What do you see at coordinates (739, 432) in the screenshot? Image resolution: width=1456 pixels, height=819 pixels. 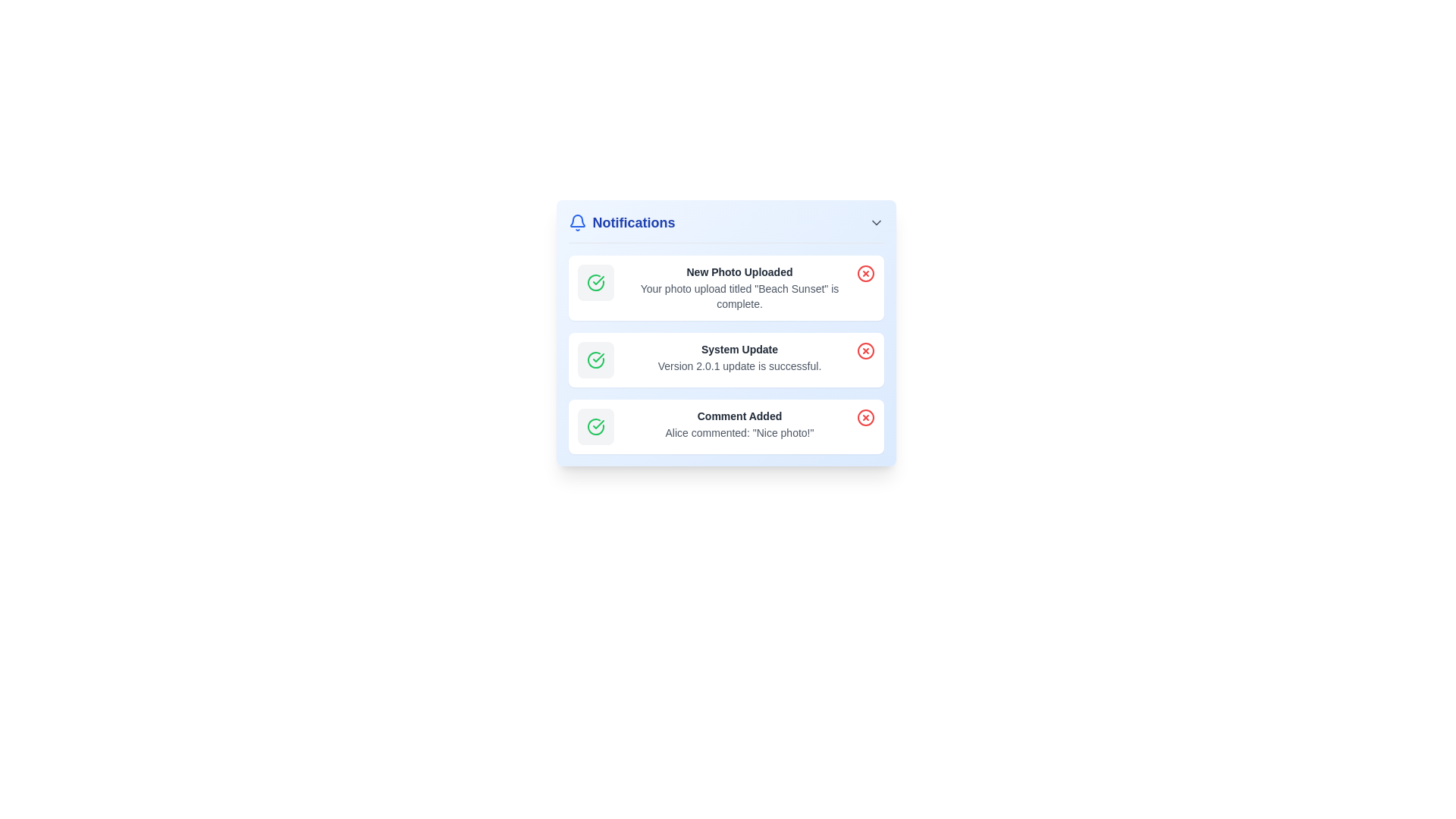 I see `the comment notification left by user Alice, which is located within the third notification in the list, below the bold text 'Comment Added'` at bounding box center [739, 432].